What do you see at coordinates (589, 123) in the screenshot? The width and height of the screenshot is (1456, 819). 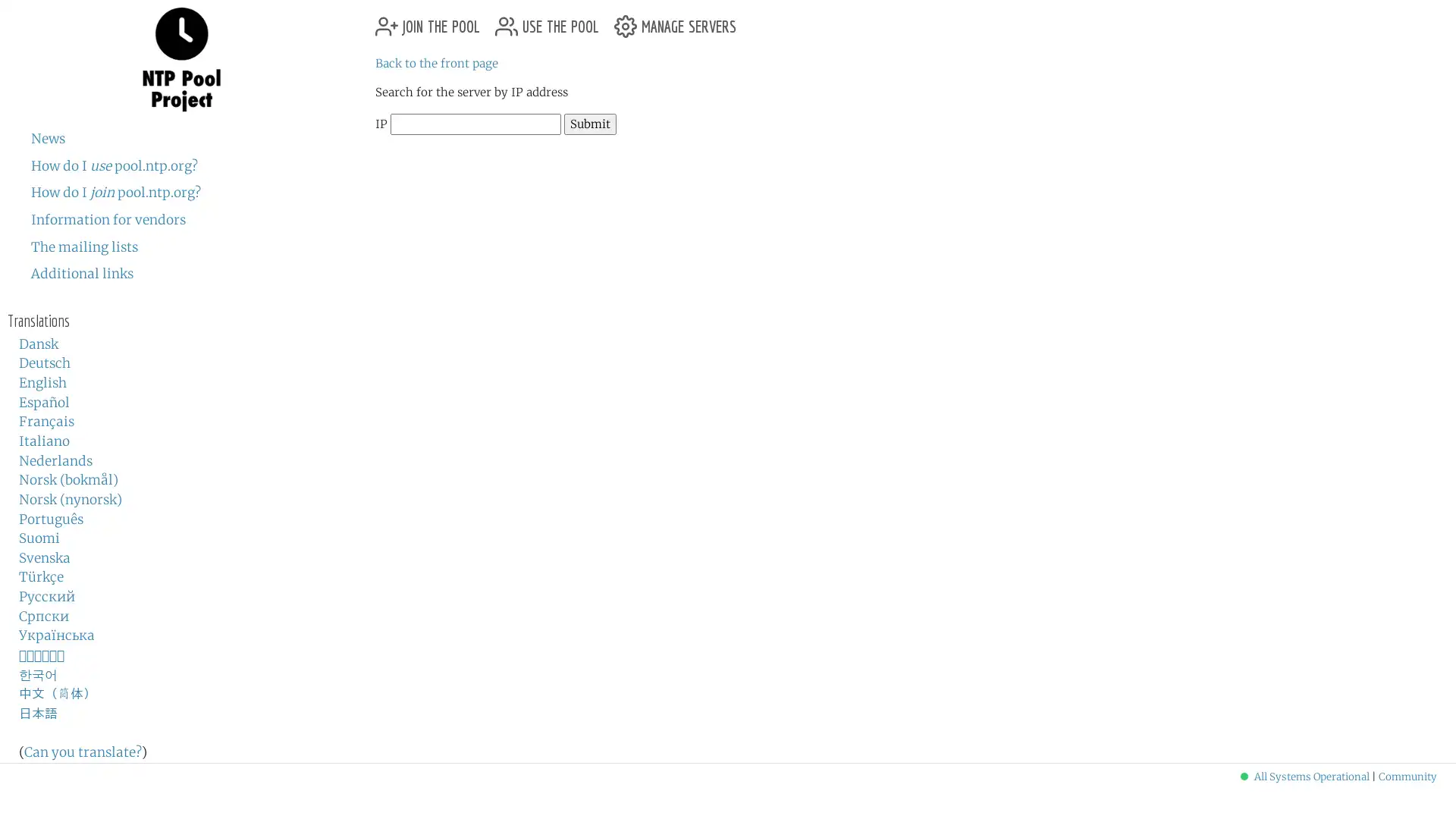 I see `Submit` at bounding box center [589, 123].